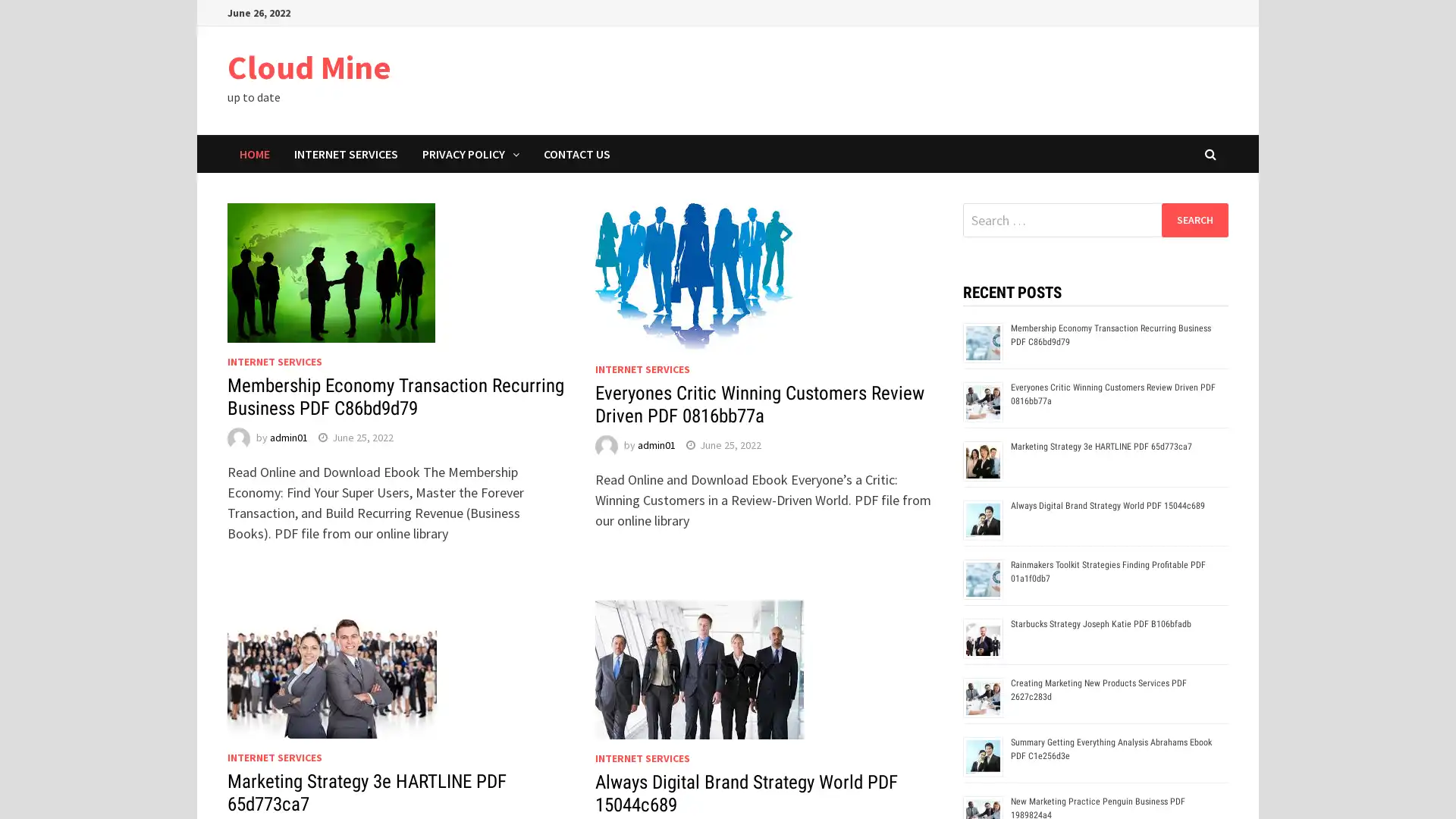 This screenshot has width=1456, height=819. I want to click on Search, so click(1194, 219).